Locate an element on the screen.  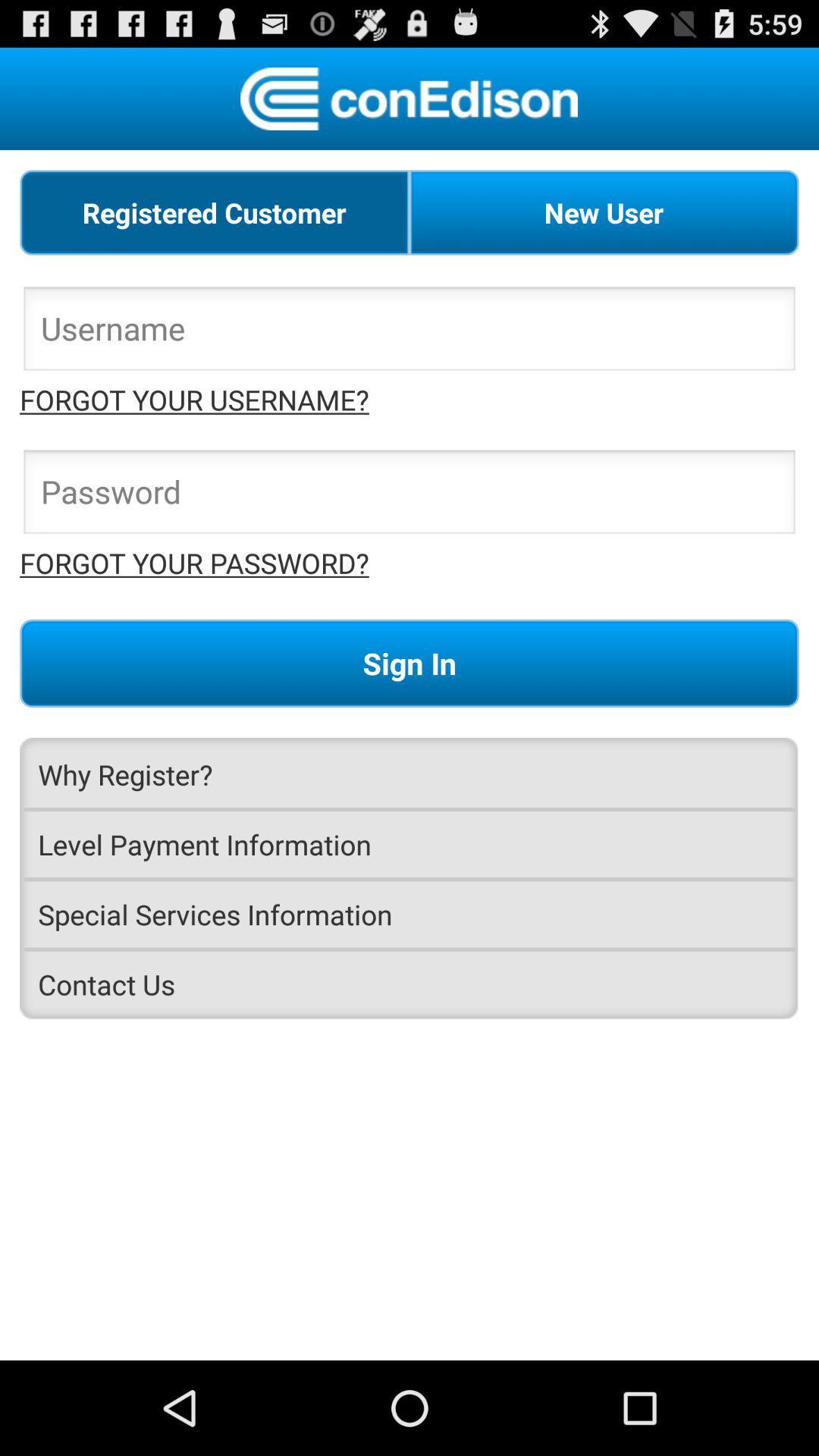
name is located at coordinates (409, 332).